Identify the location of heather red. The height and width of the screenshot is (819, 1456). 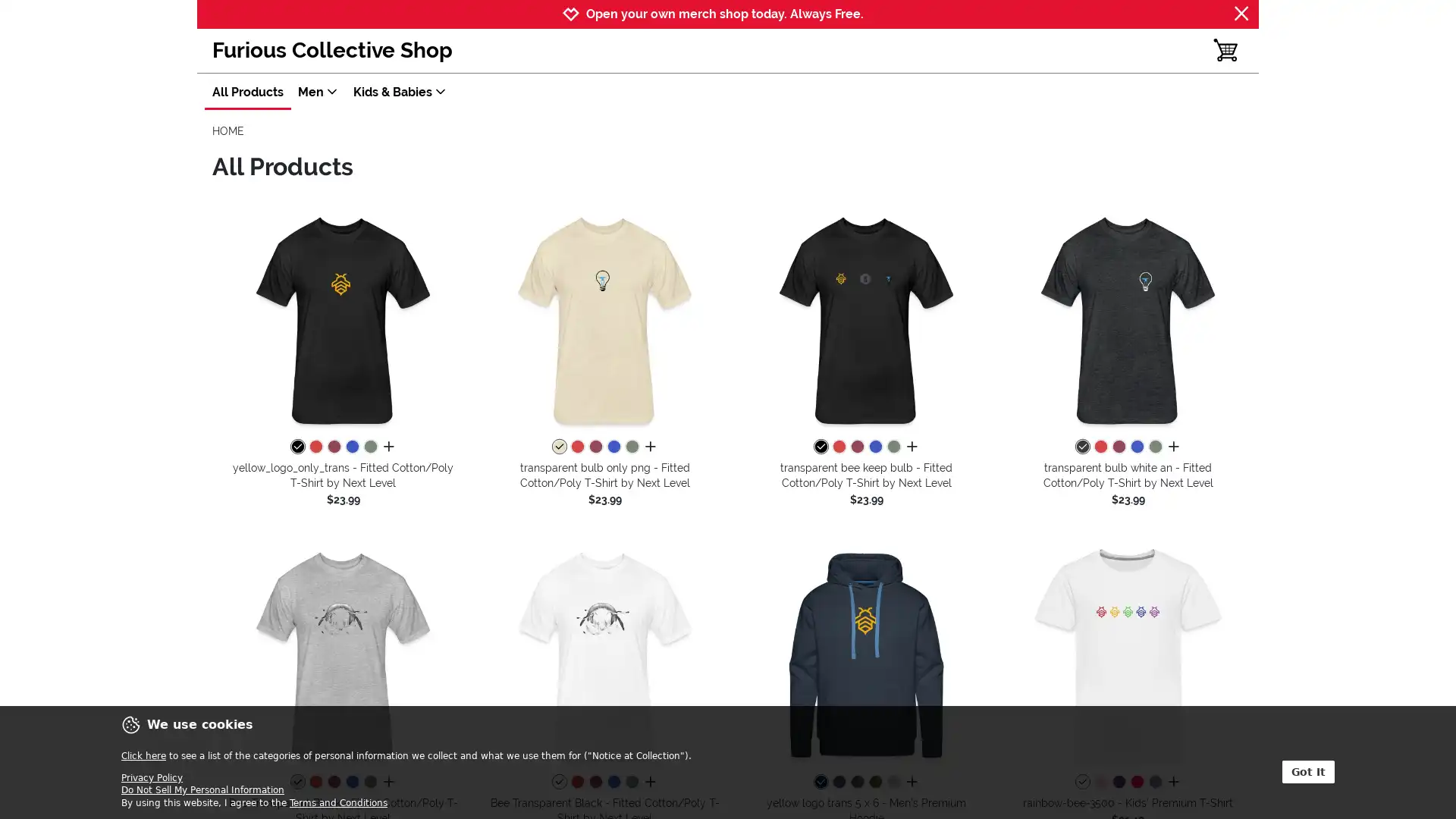
(576, 447).